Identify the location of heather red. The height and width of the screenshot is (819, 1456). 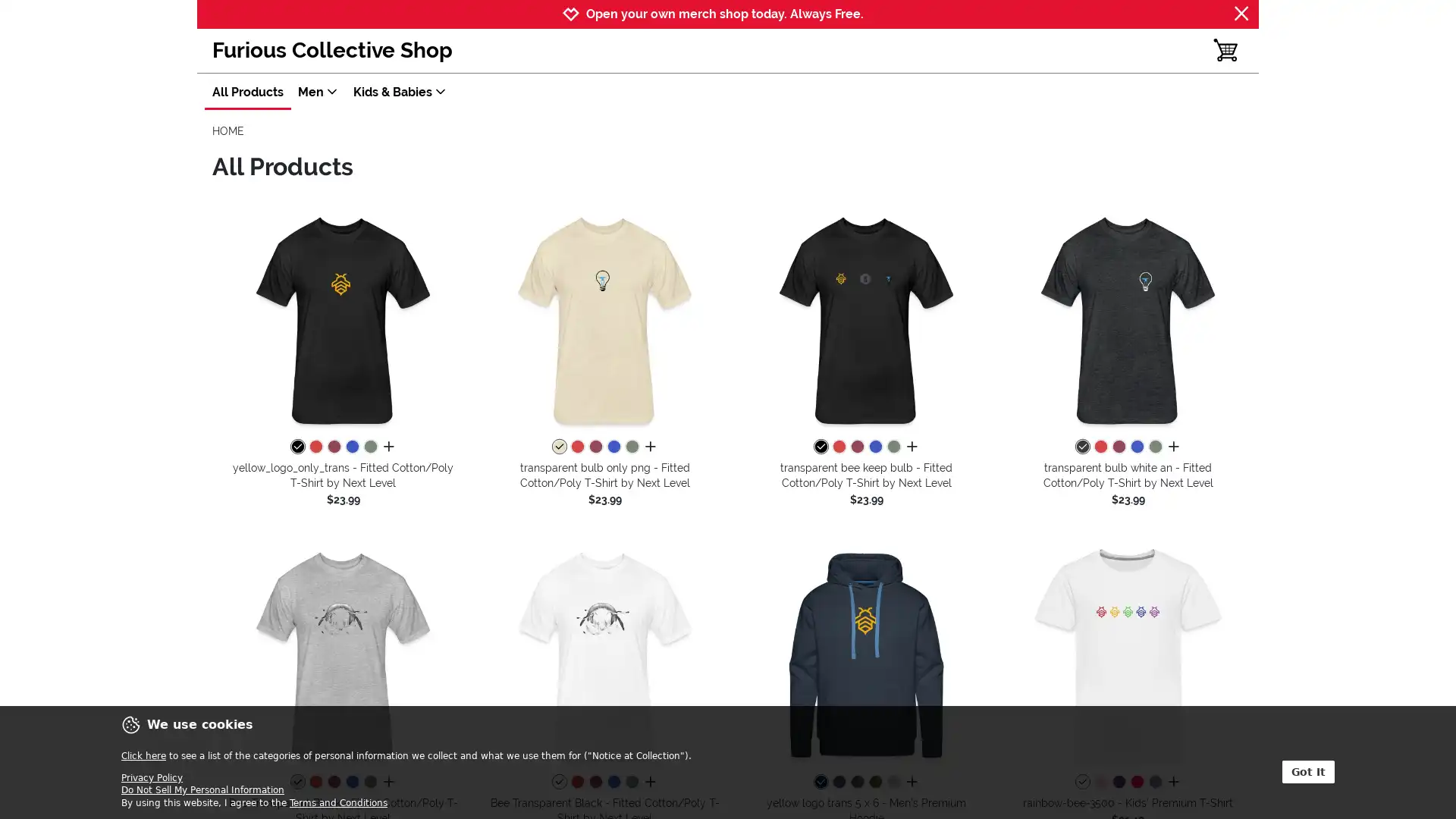
(576, 447).